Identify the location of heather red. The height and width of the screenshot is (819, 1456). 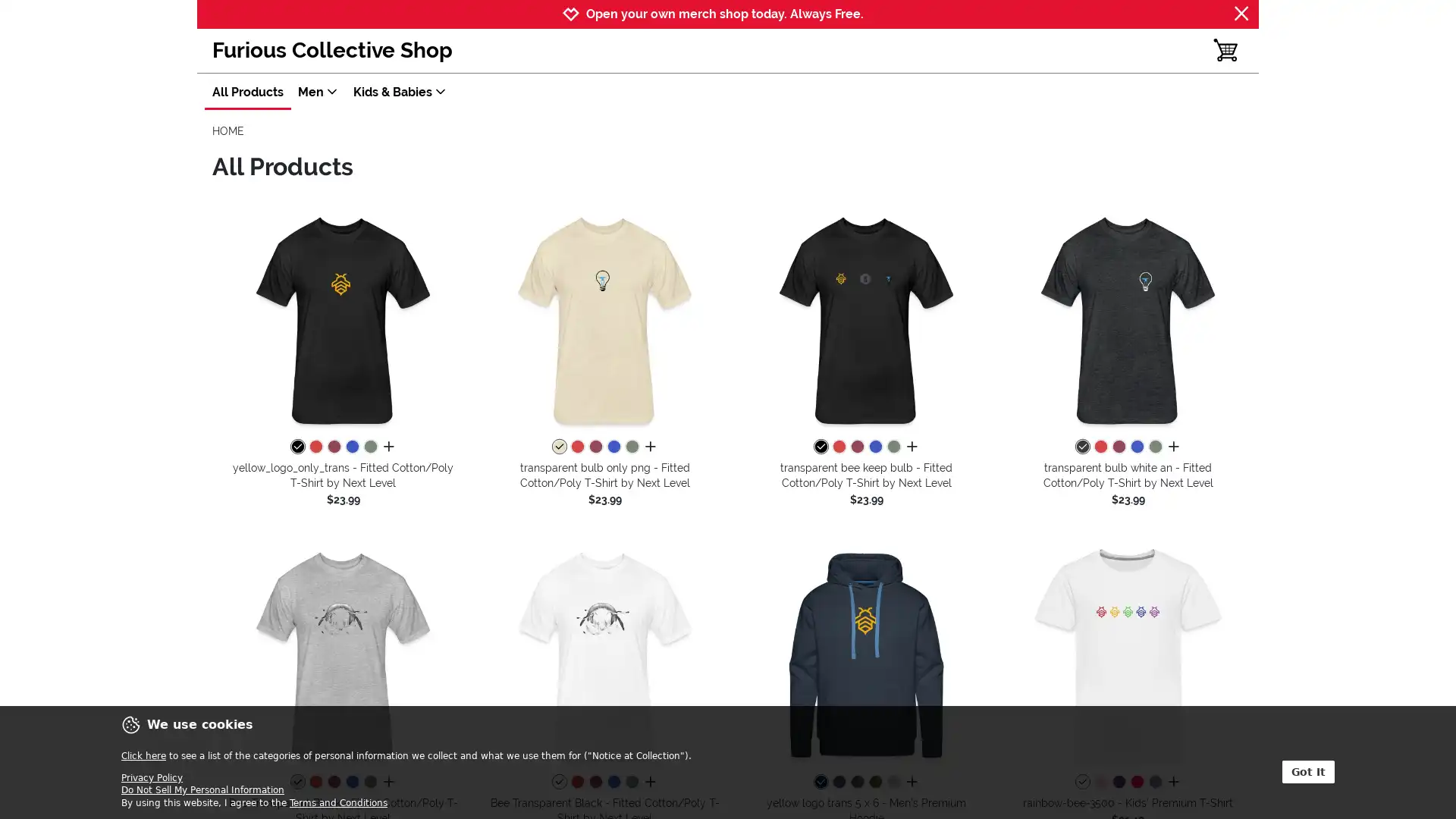
(576, 447).